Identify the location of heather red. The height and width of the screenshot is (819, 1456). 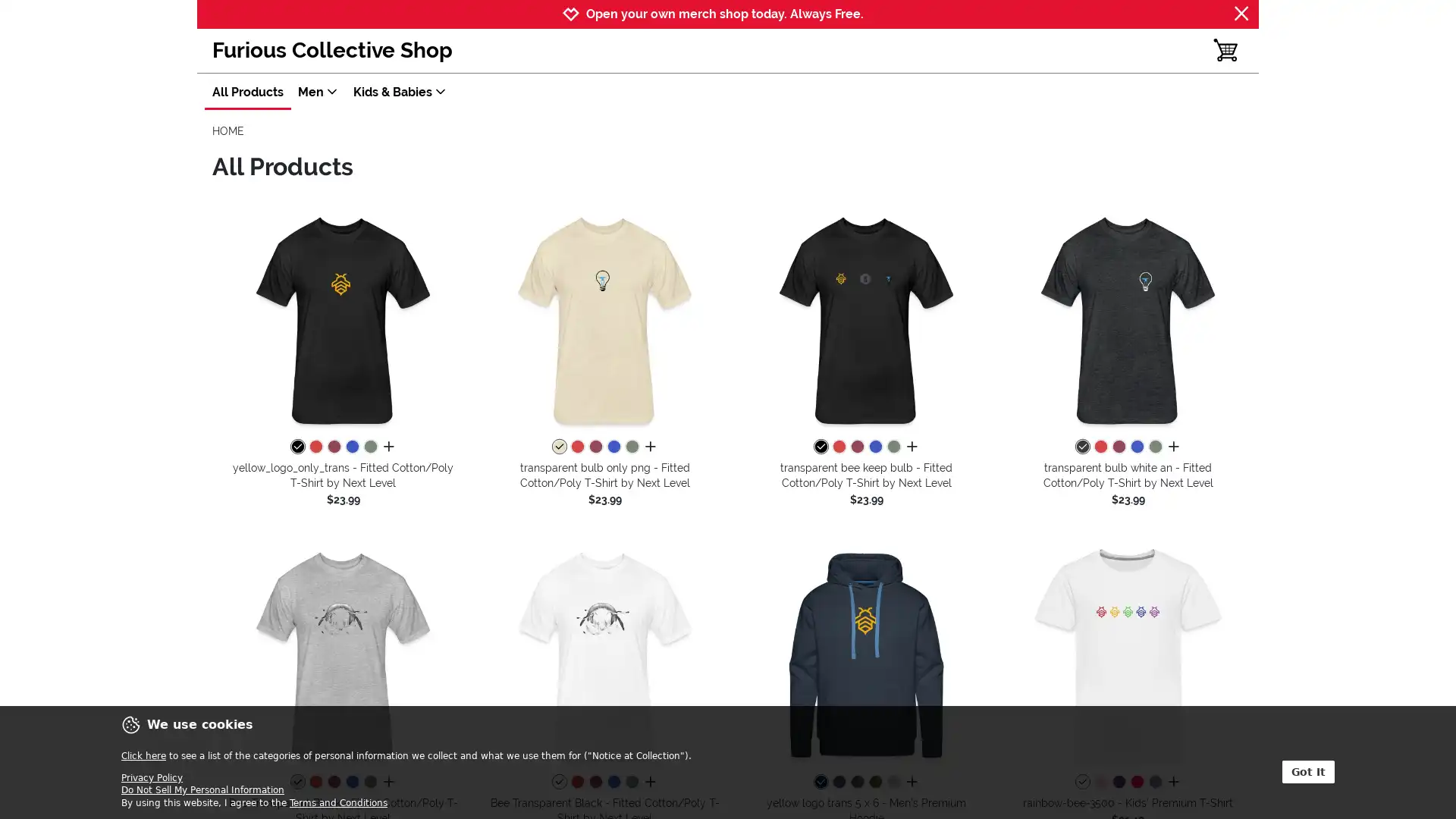
(576, 447).